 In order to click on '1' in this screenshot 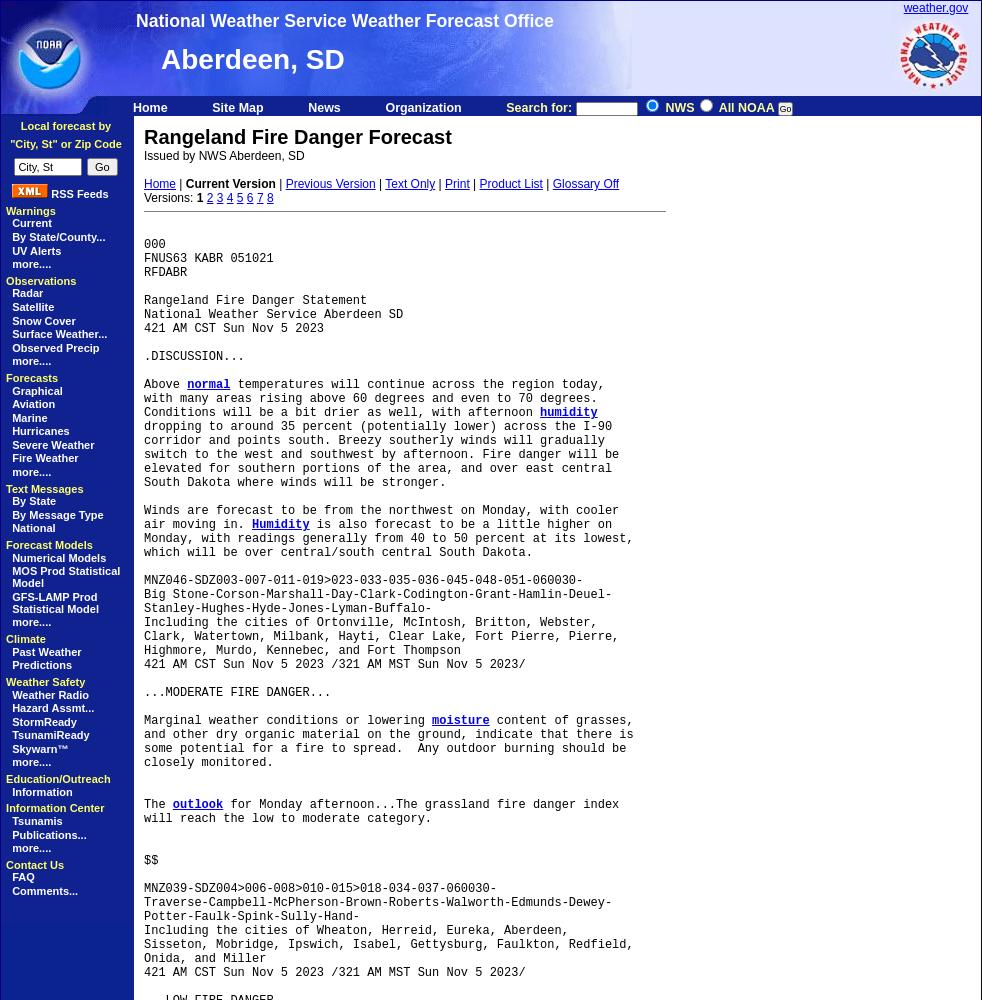, I will do `click(198, 197)`.